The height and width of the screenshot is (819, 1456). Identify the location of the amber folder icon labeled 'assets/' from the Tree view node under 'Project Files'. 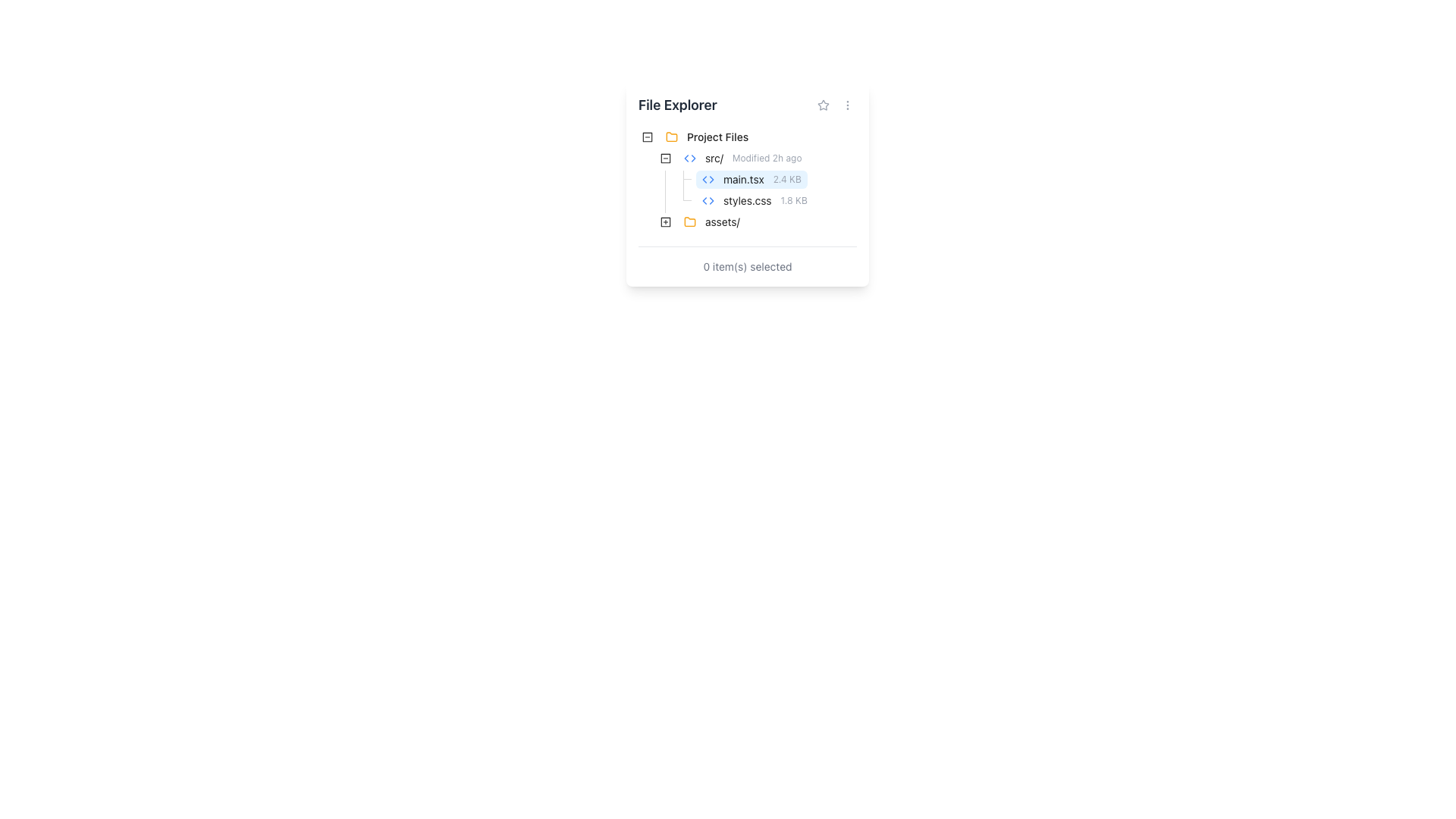
(711, 222).